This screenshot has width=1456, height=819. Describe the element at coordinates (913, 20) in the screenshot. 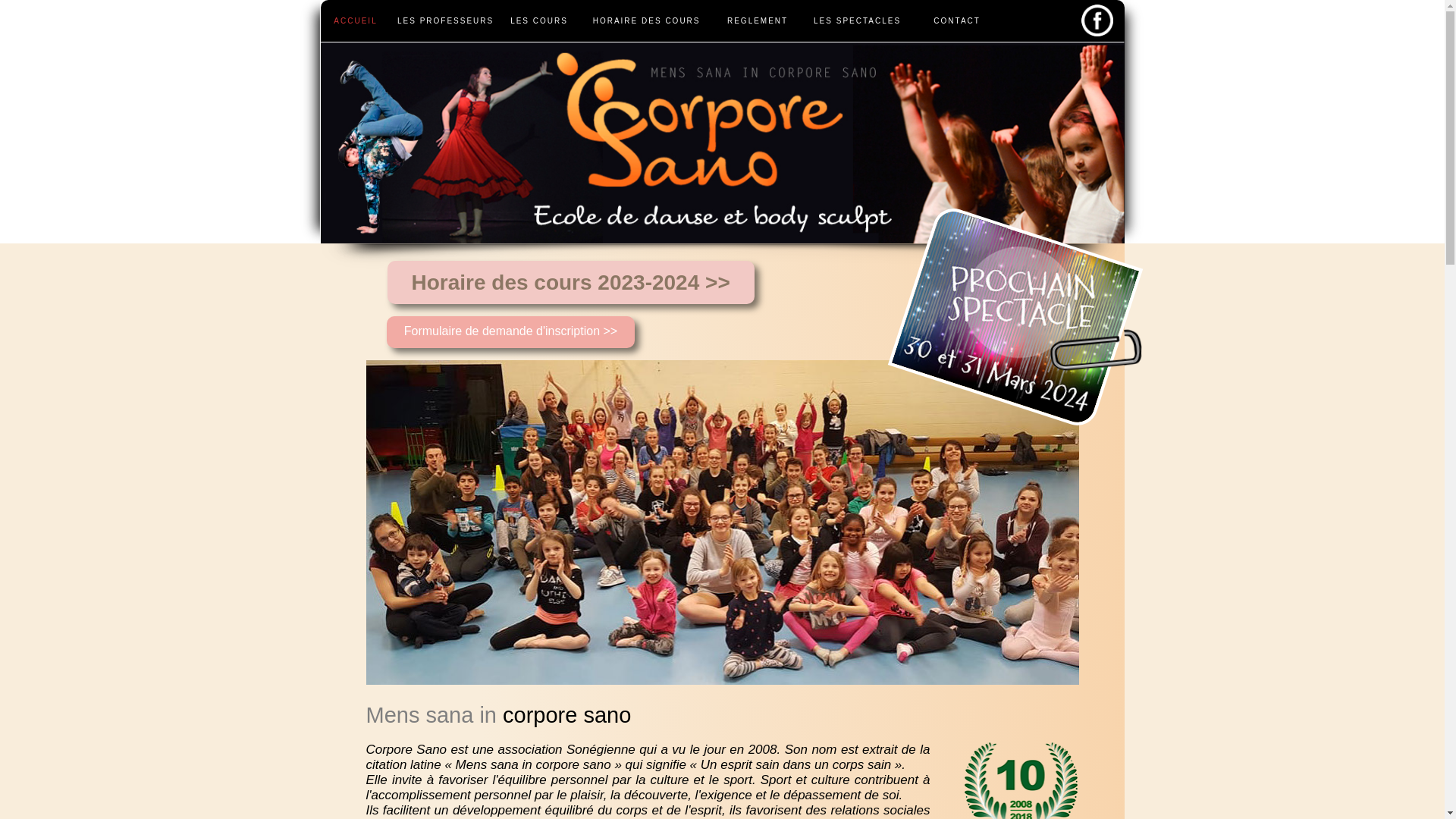

I see `'CONTACT'` at that location.